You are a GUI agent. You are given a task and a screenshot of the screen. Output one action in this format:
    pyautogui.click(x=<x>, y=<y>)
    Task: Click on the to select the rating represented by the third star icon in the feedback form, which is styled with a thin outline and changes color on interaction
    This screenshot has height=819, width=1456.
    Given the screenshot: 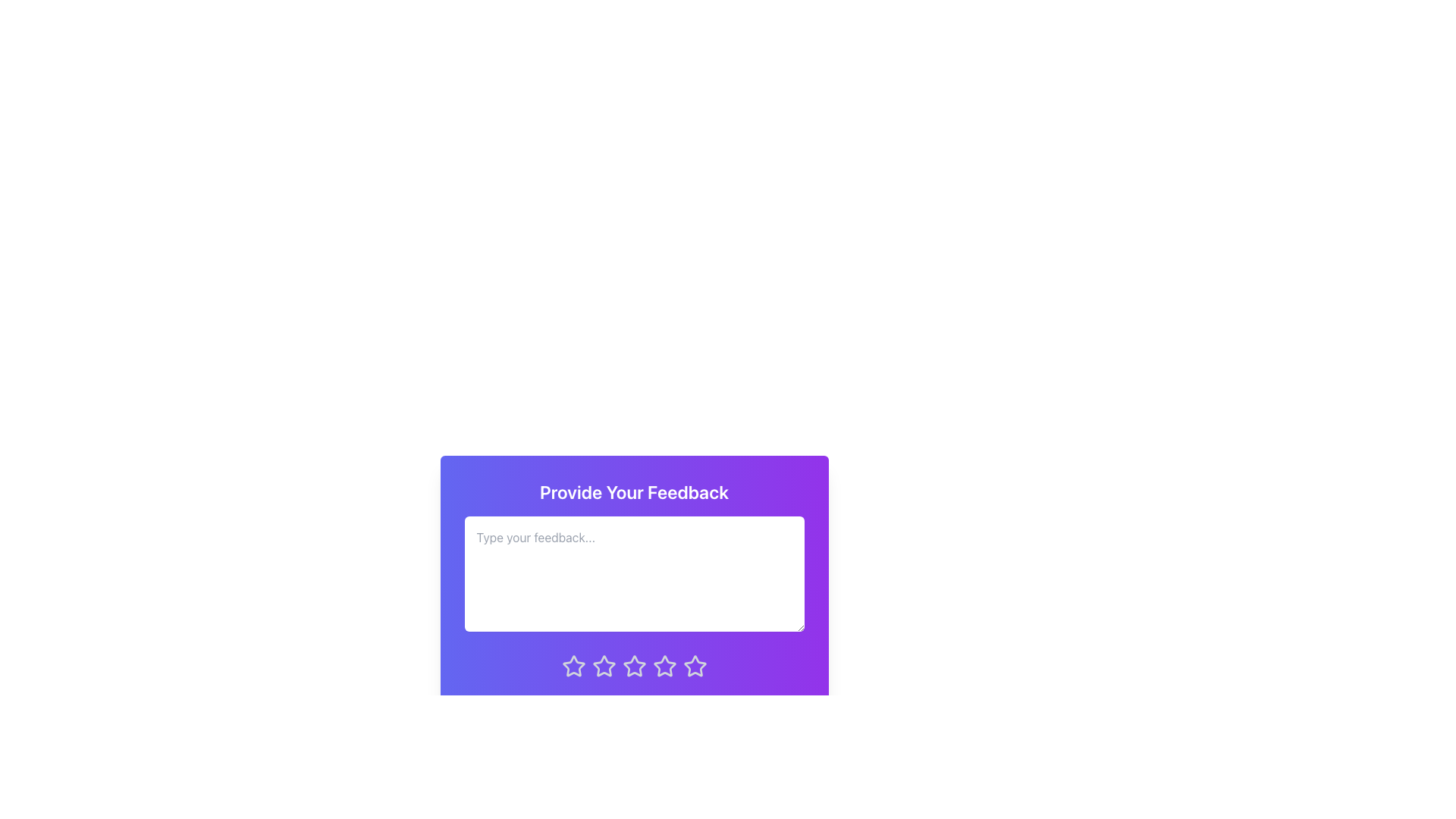 What is the action you would take?
    pyautogui.click(x=633, y=665)
    